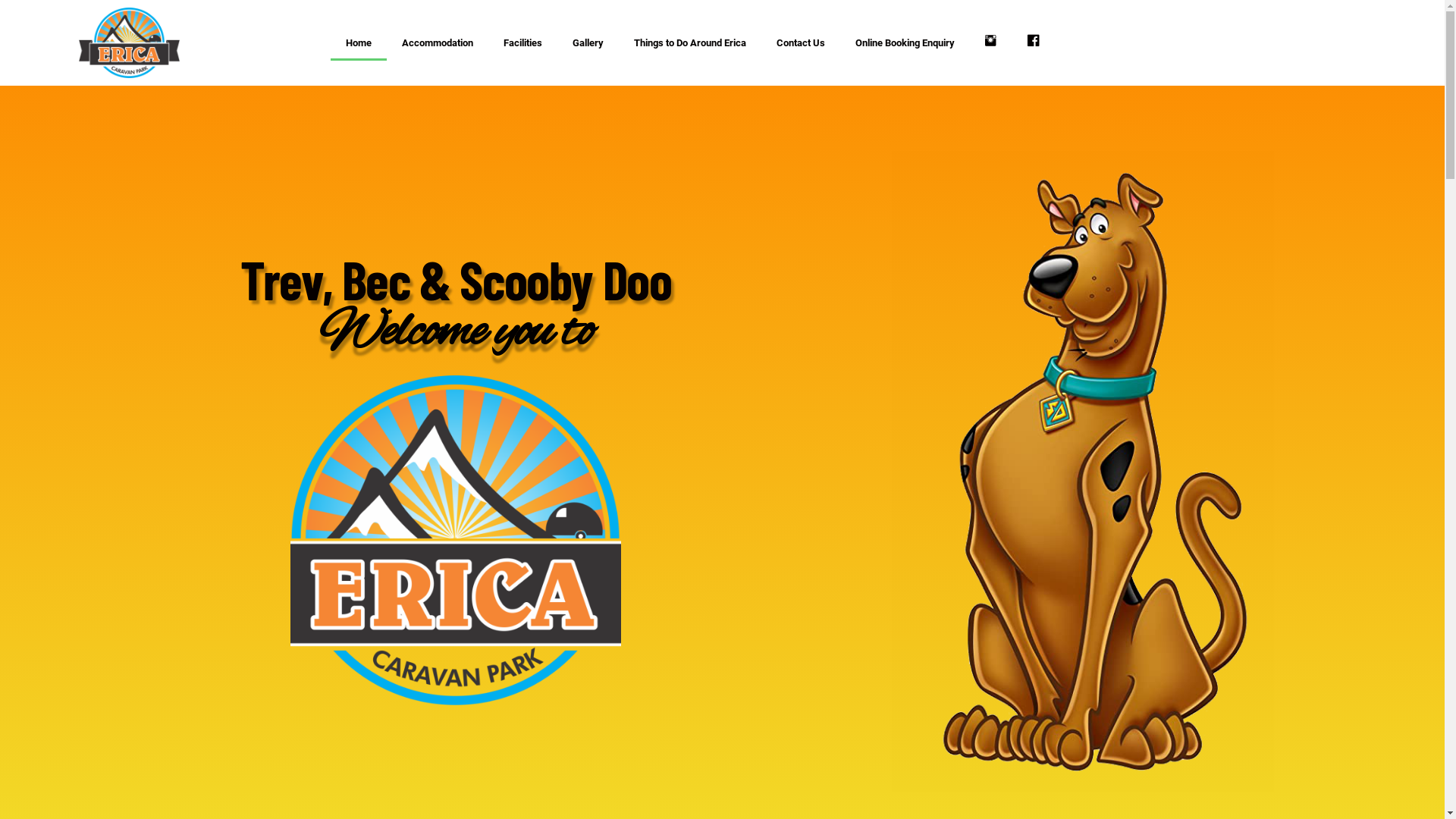 Image resolution: width=1456 pixels, height=819 pixels. I want to click on 'Contact Us', so click(800, 42).